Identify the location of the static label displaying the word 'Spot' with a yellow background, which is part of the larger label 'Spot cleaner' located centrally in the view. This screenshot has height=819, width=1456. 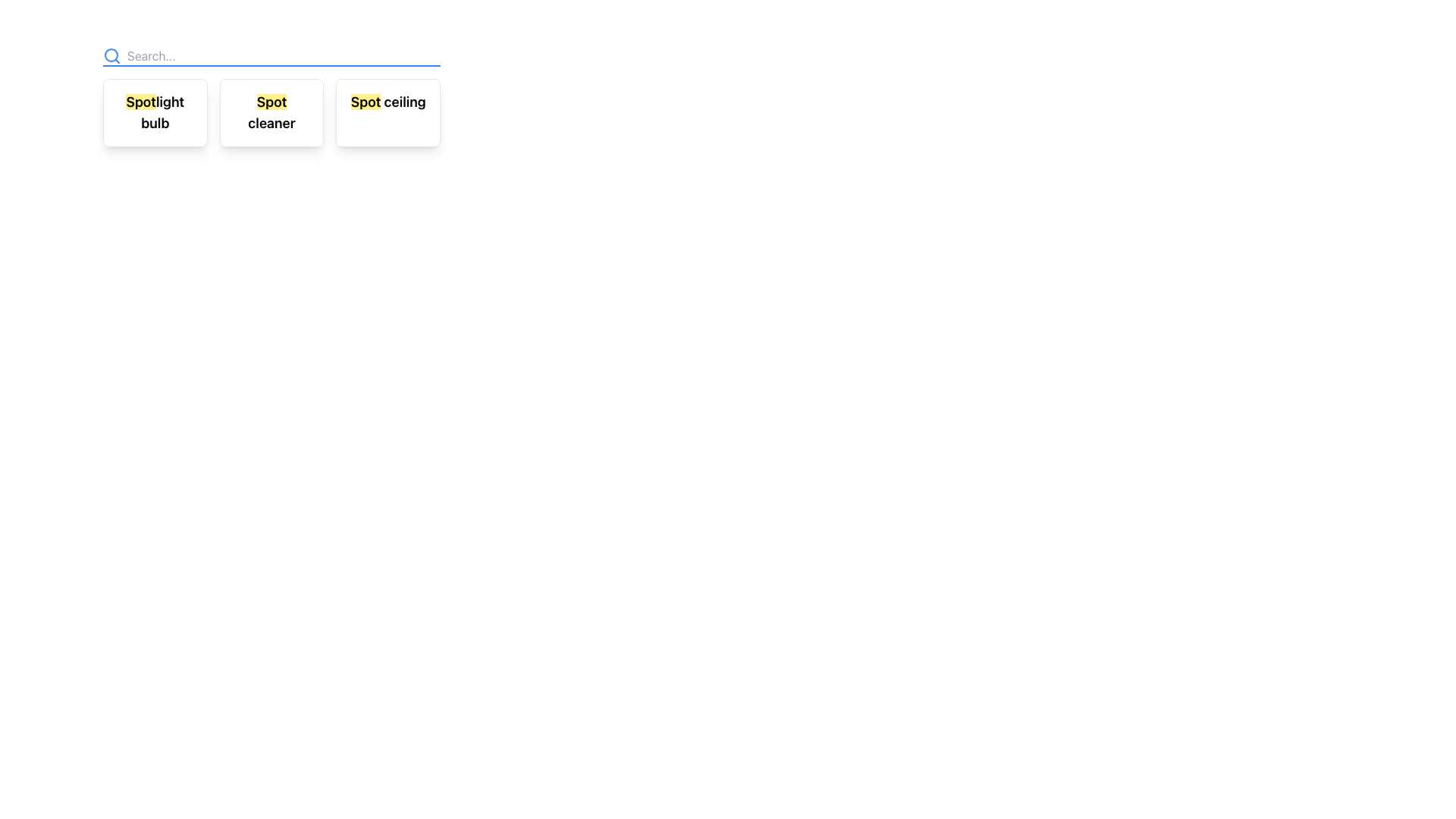
(271, 102).